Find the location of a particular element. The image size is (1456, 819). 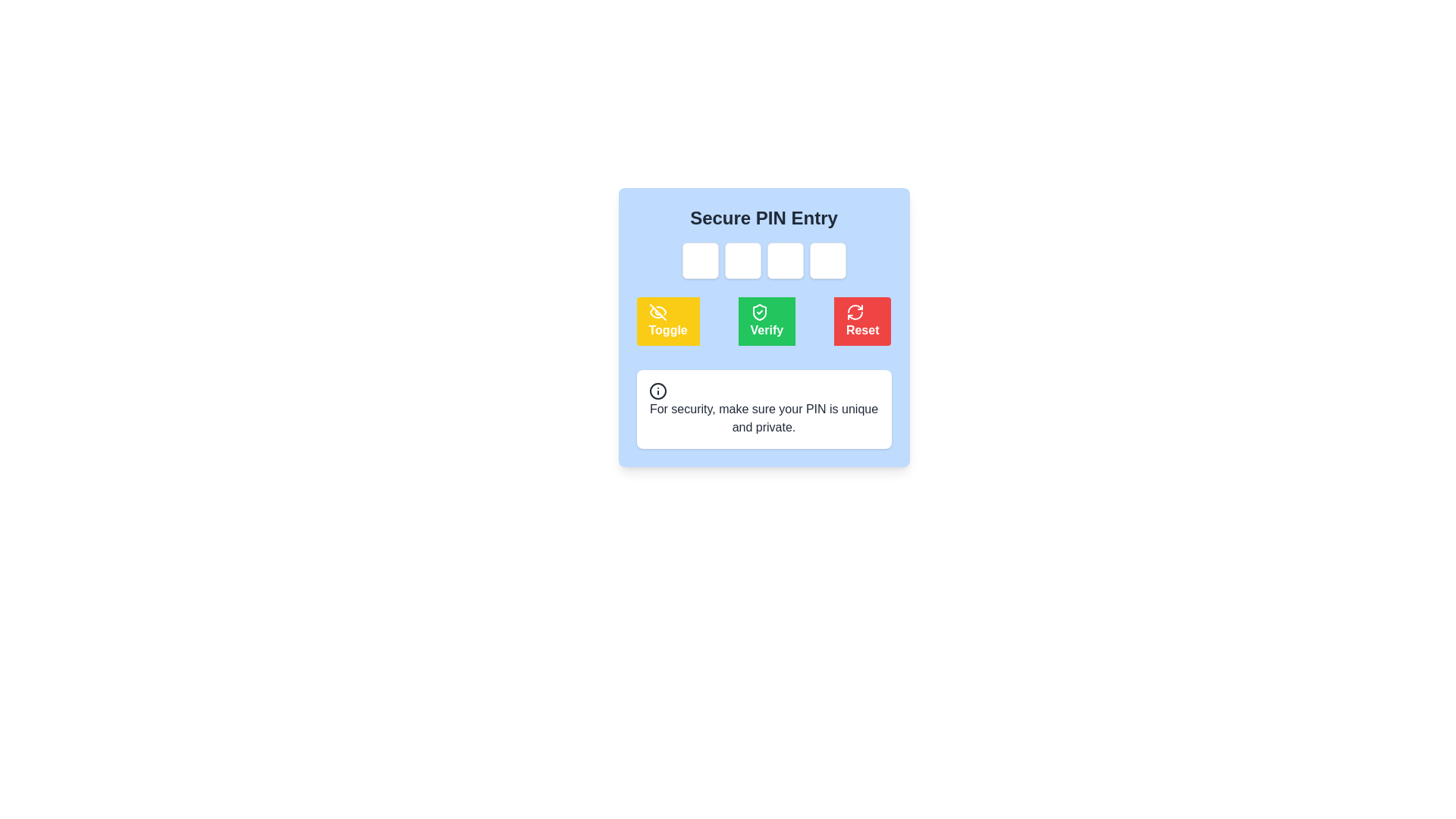

one of the input fields in the composite UI component for the 'Secure PIN Entry' to focus on it is located at coordinates (764, 259).